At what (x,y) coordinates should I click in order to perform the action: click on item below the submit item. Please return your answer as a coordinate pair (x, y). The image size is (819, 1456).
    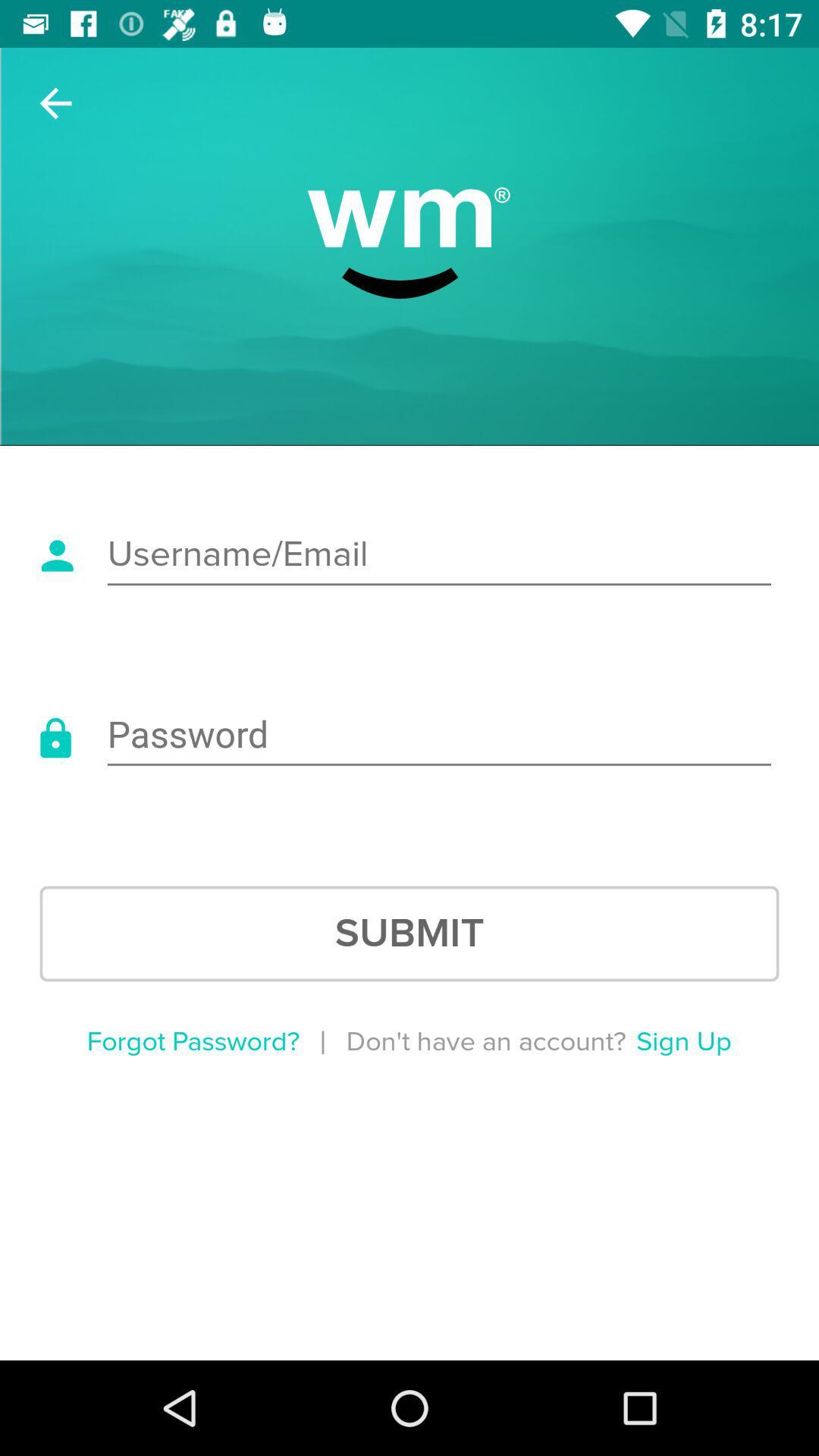
    Looking at the image, I should click on (683, 1041).